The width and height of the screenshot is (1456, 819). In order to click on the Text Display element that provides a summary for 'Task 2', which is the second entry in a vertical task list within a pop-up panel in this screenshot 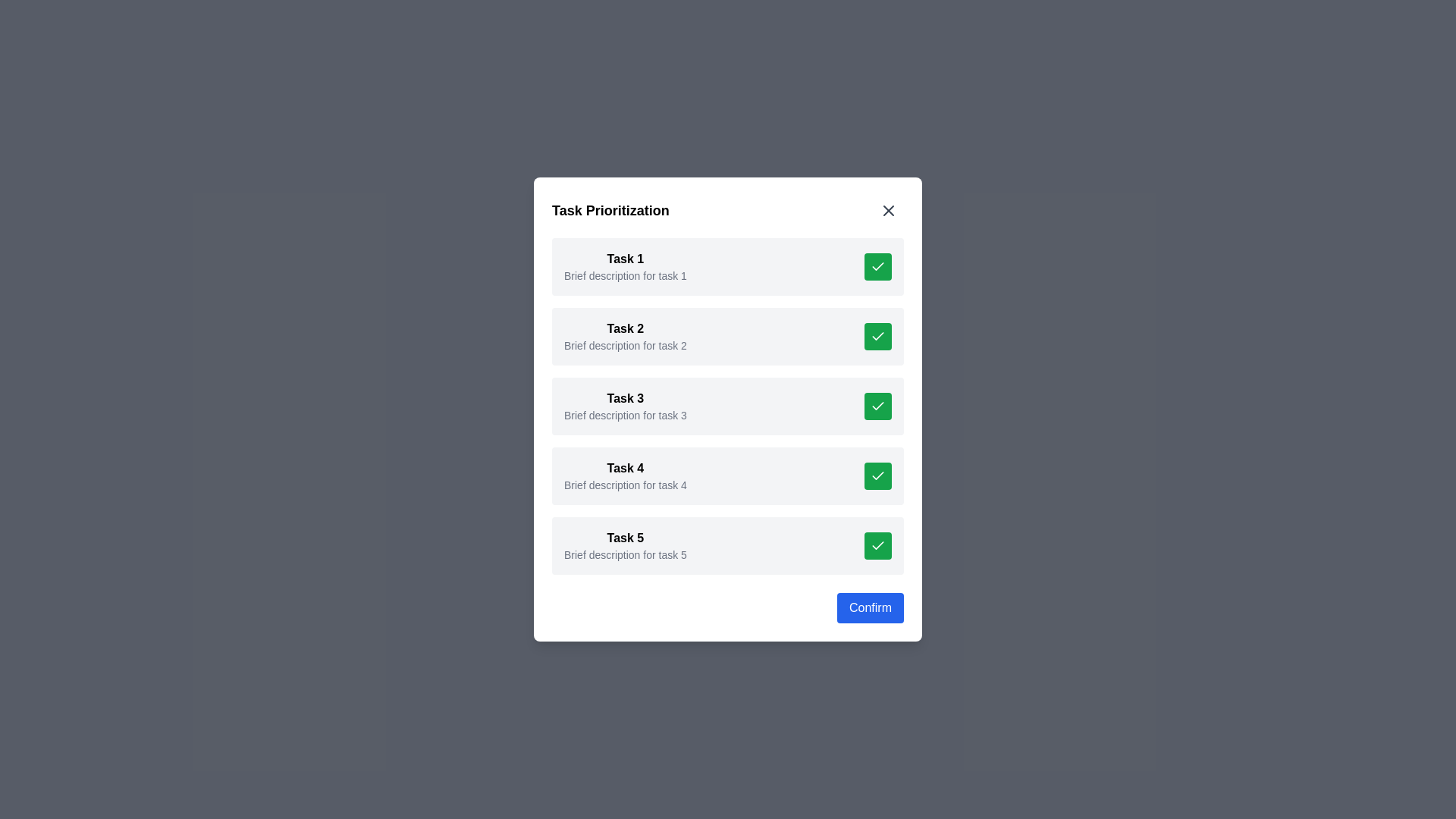, I will do `click(626, 335)`.